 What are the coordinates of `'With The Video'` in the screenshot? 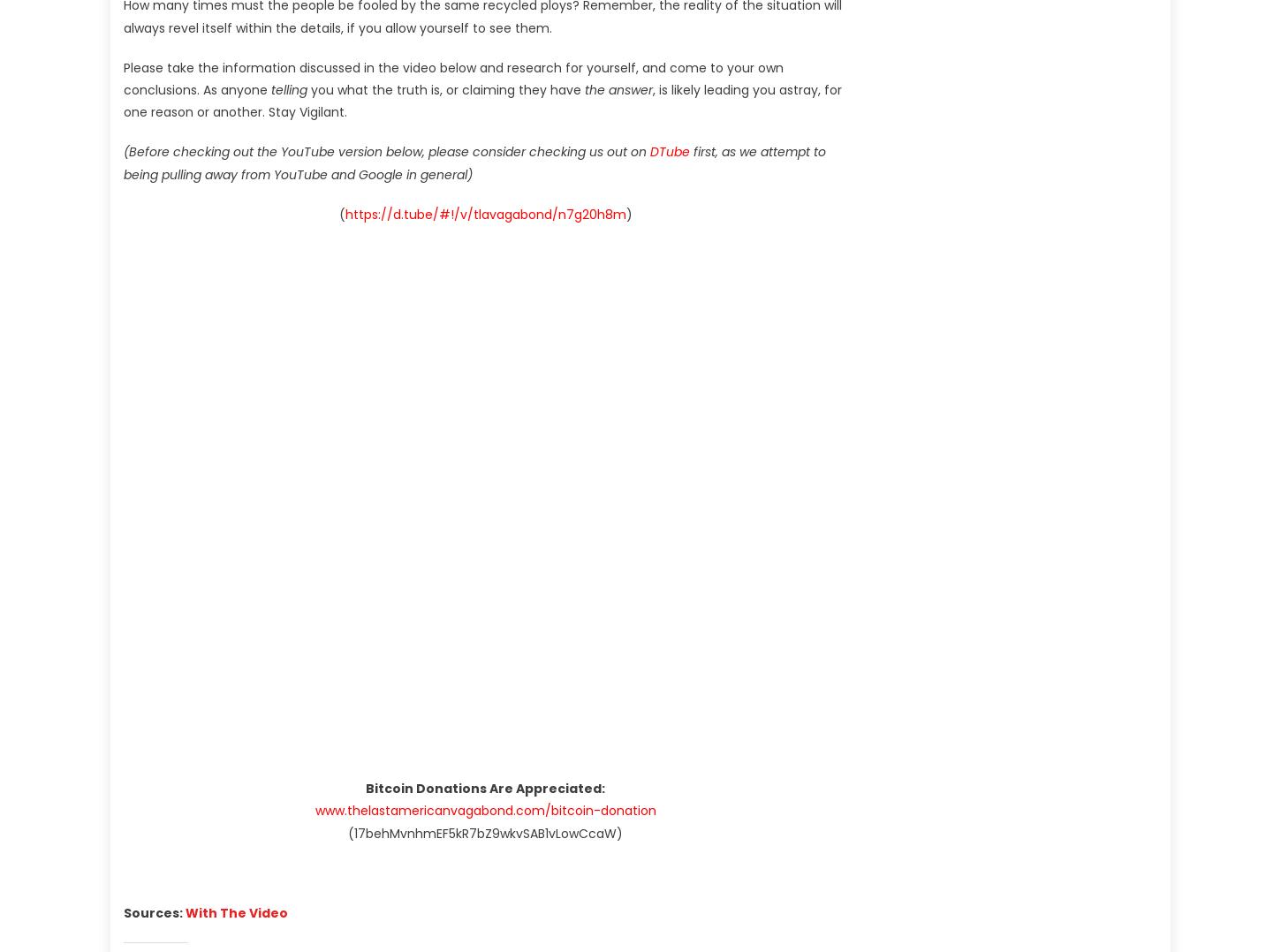 It's located at (184, 911).